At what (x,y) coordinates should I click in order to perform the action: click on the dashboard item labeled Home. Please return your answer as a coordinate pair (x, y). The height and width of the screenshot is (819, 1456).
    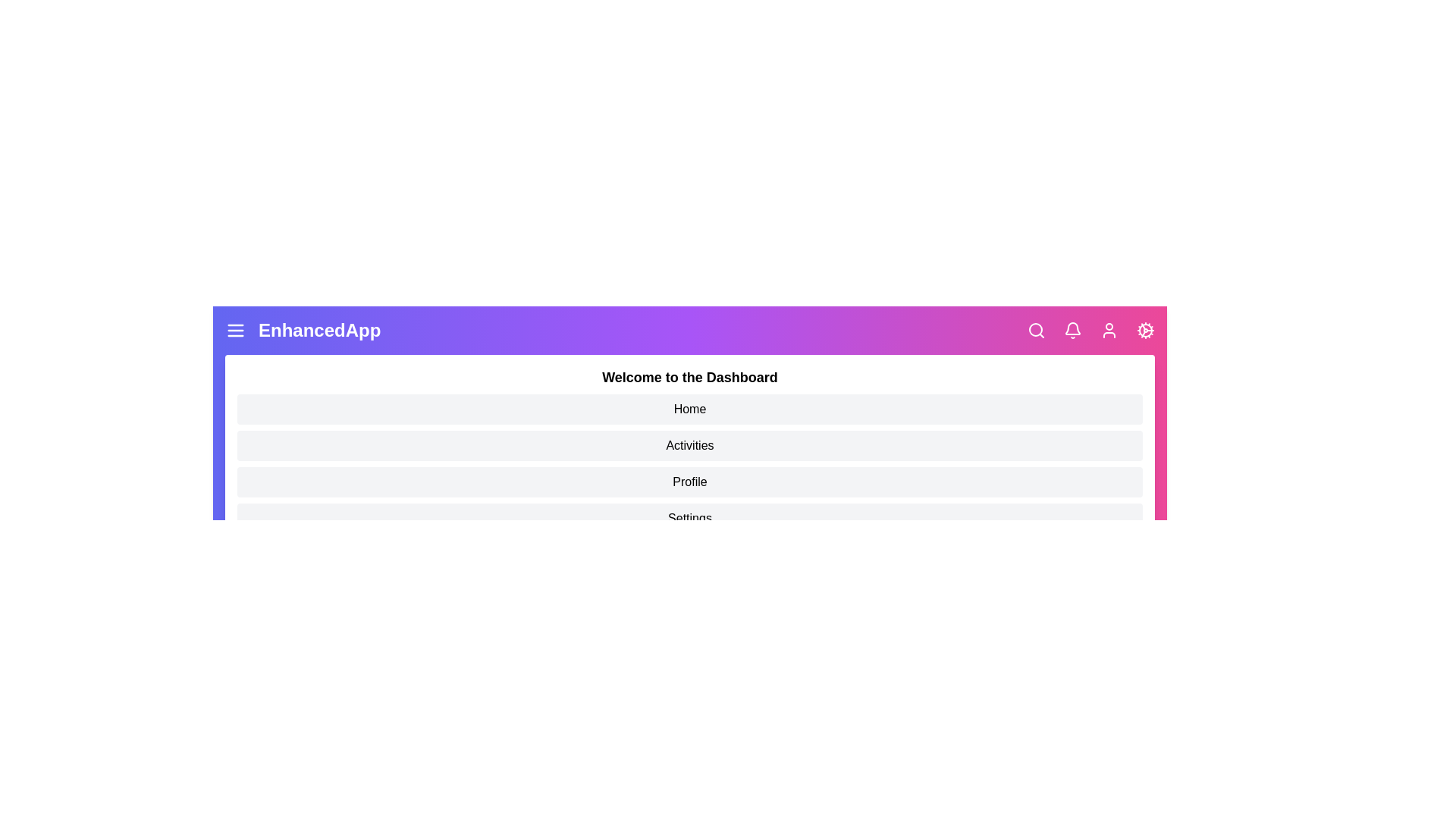
    Looking at the image, I should click on (689, 409).